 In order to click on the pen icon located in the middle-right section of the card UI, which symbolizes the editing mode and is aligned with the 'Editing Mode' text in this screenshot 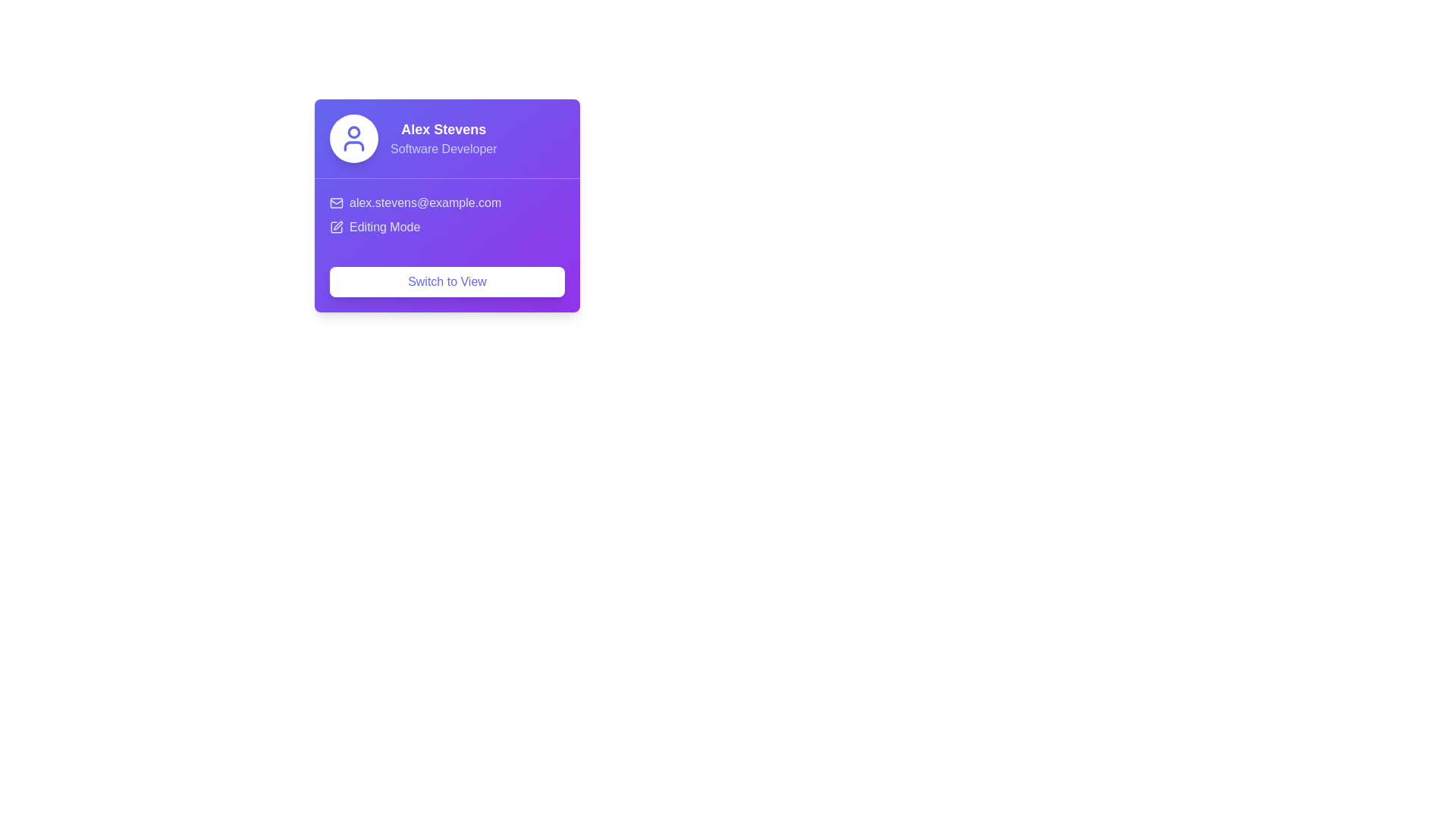, I will do `click(337, 225)`.